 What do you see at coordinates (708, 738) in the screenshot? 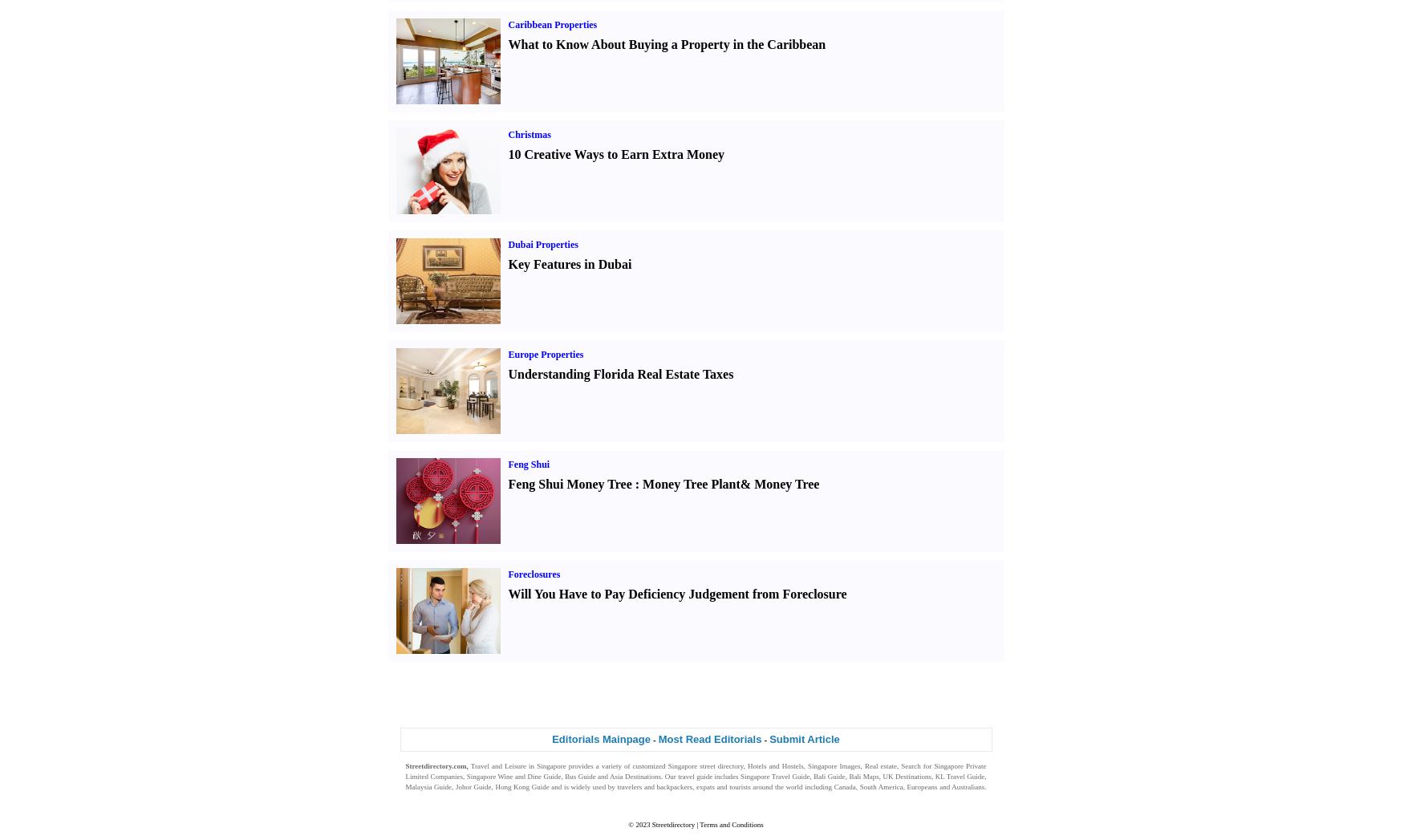
I see `'Most Read Editorials'` at bounding box center [708, 738].